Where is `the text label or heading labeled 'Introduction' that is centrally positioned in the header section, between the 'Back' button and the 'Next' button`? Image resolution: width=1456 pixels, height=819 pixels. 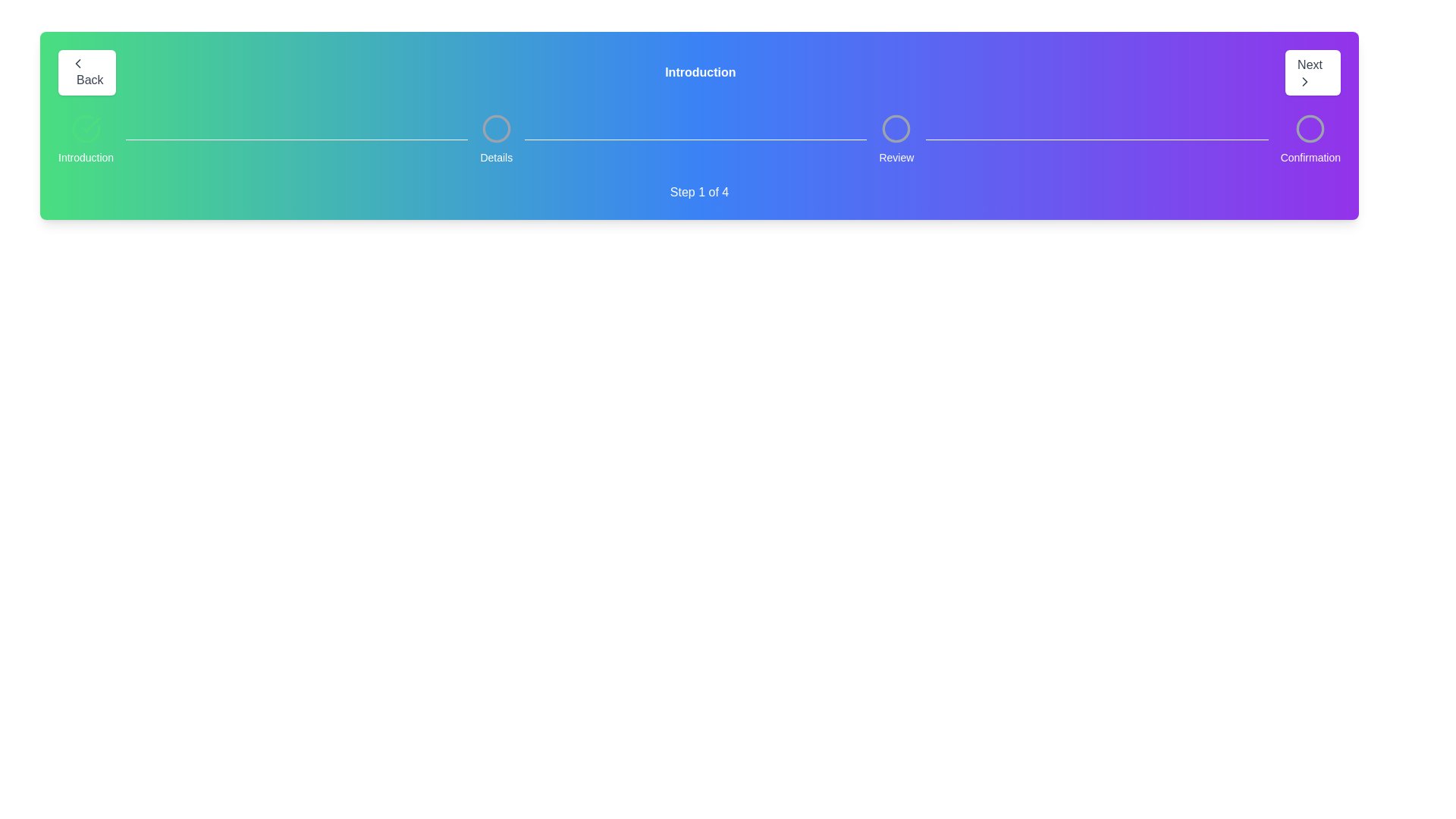
the text label or heading labeled 'Introduction' that is centrally positioned in the header section, between the 'Back' button and the 'Next' button is located at coordinates (698, 73).